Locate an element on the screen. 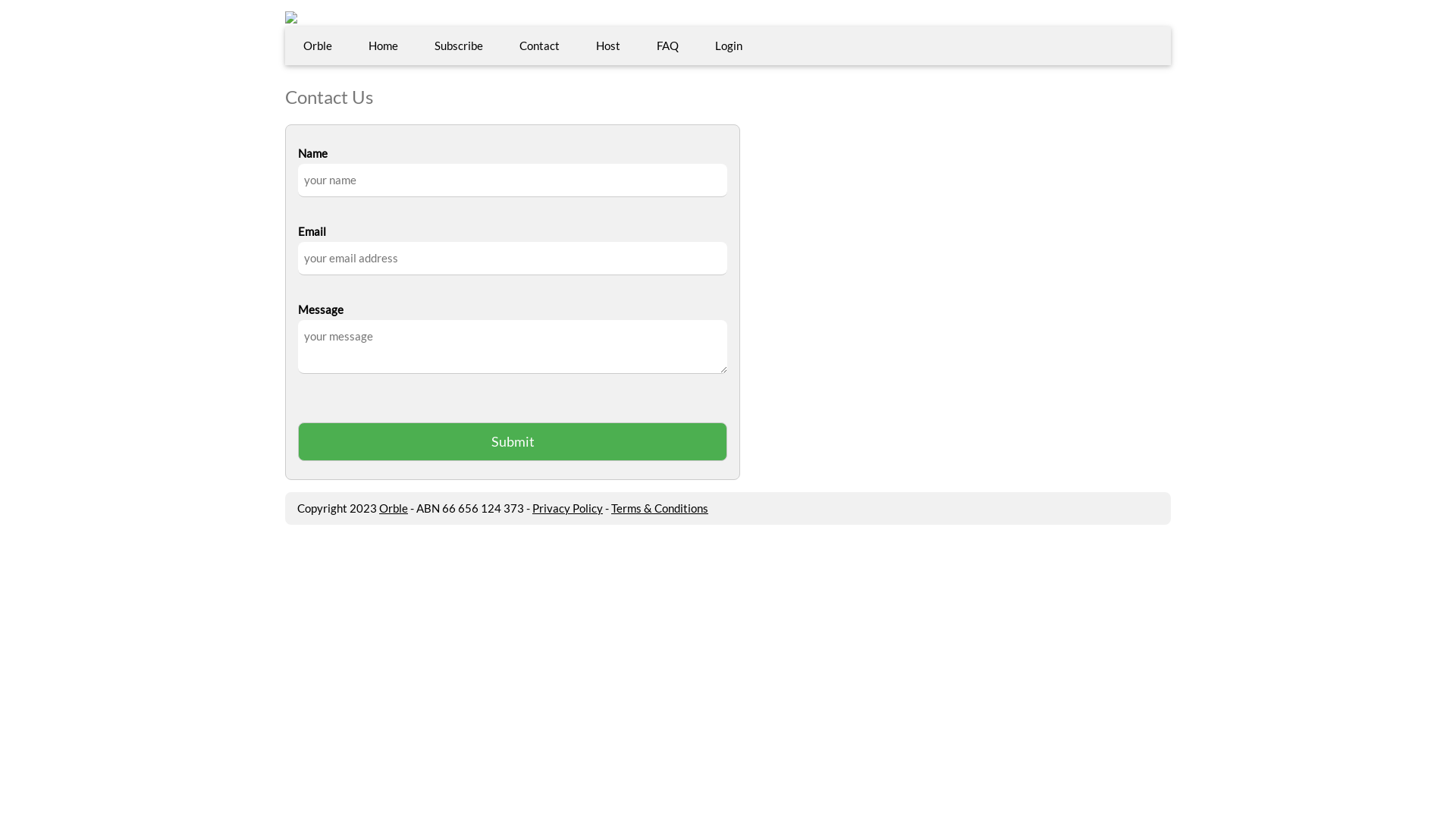 The image size is (1456, 819). 'Home' is located at coordinates (383, 45).